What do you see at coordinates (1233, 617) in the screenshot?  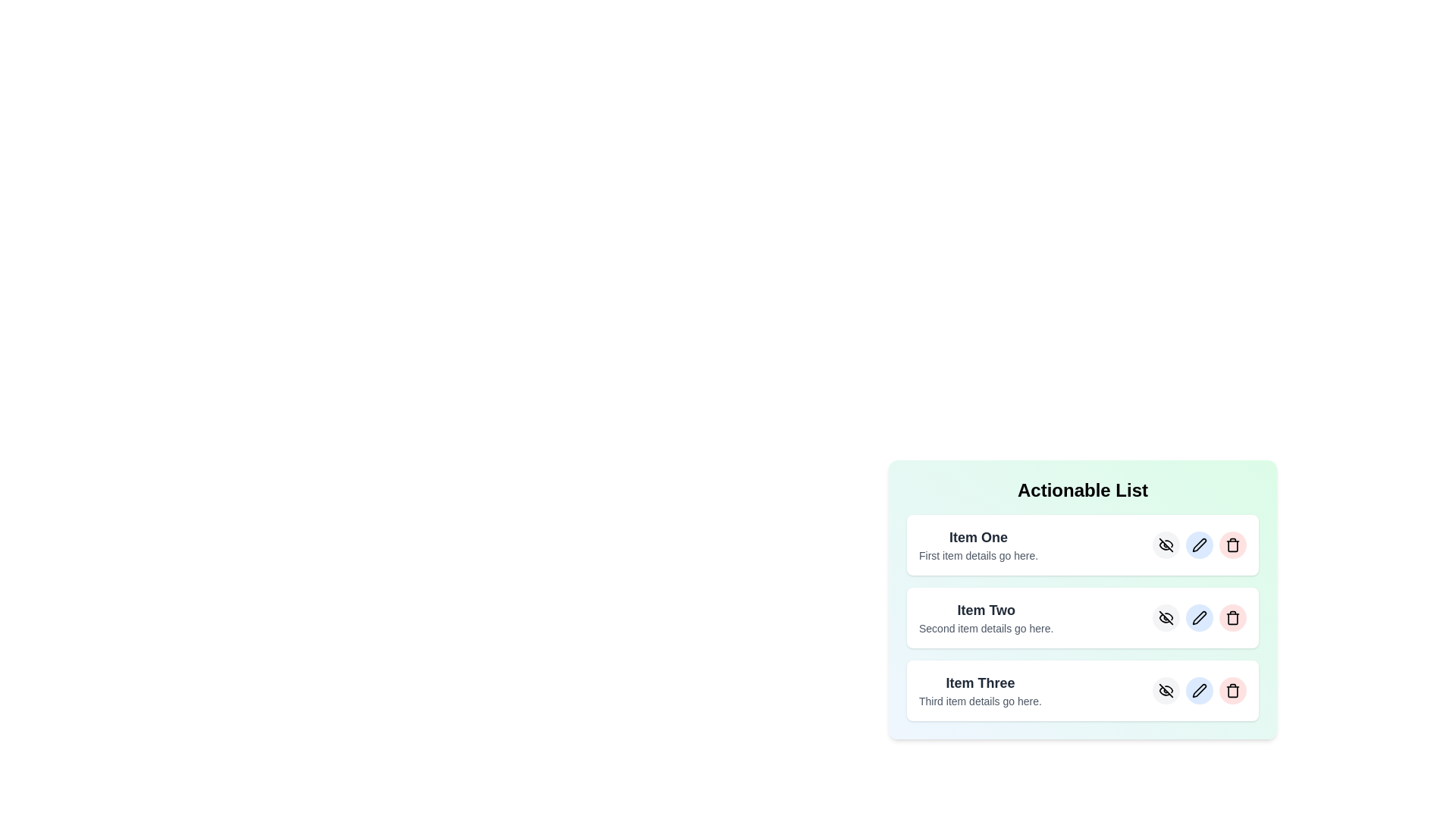 I see `the delete button for the item with title Item Two` at bounding box center [1233, 617].